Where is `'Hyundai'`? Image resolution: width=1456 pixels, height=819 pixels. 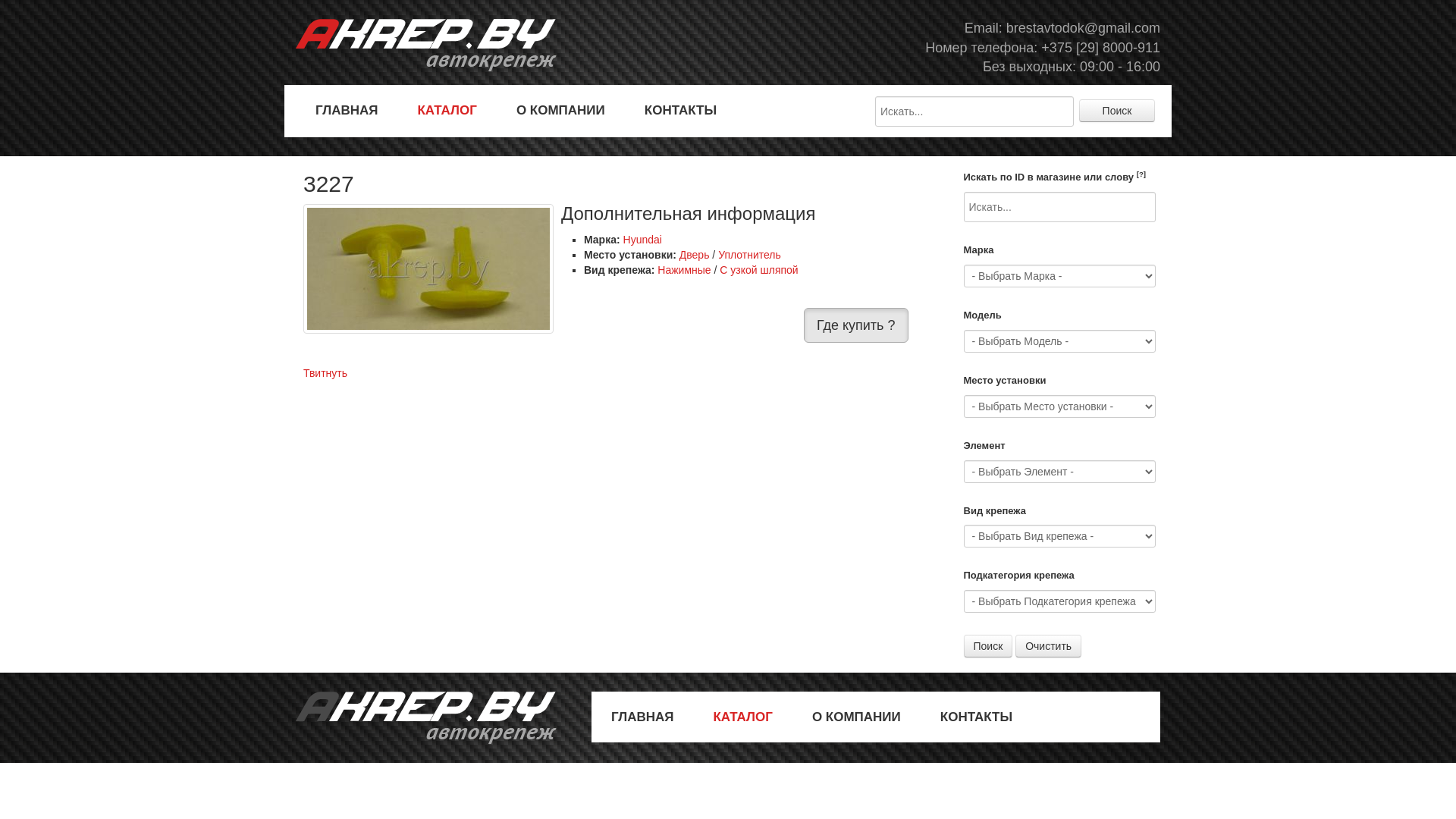
'Hyundai' is located at coordinates (642, 239).